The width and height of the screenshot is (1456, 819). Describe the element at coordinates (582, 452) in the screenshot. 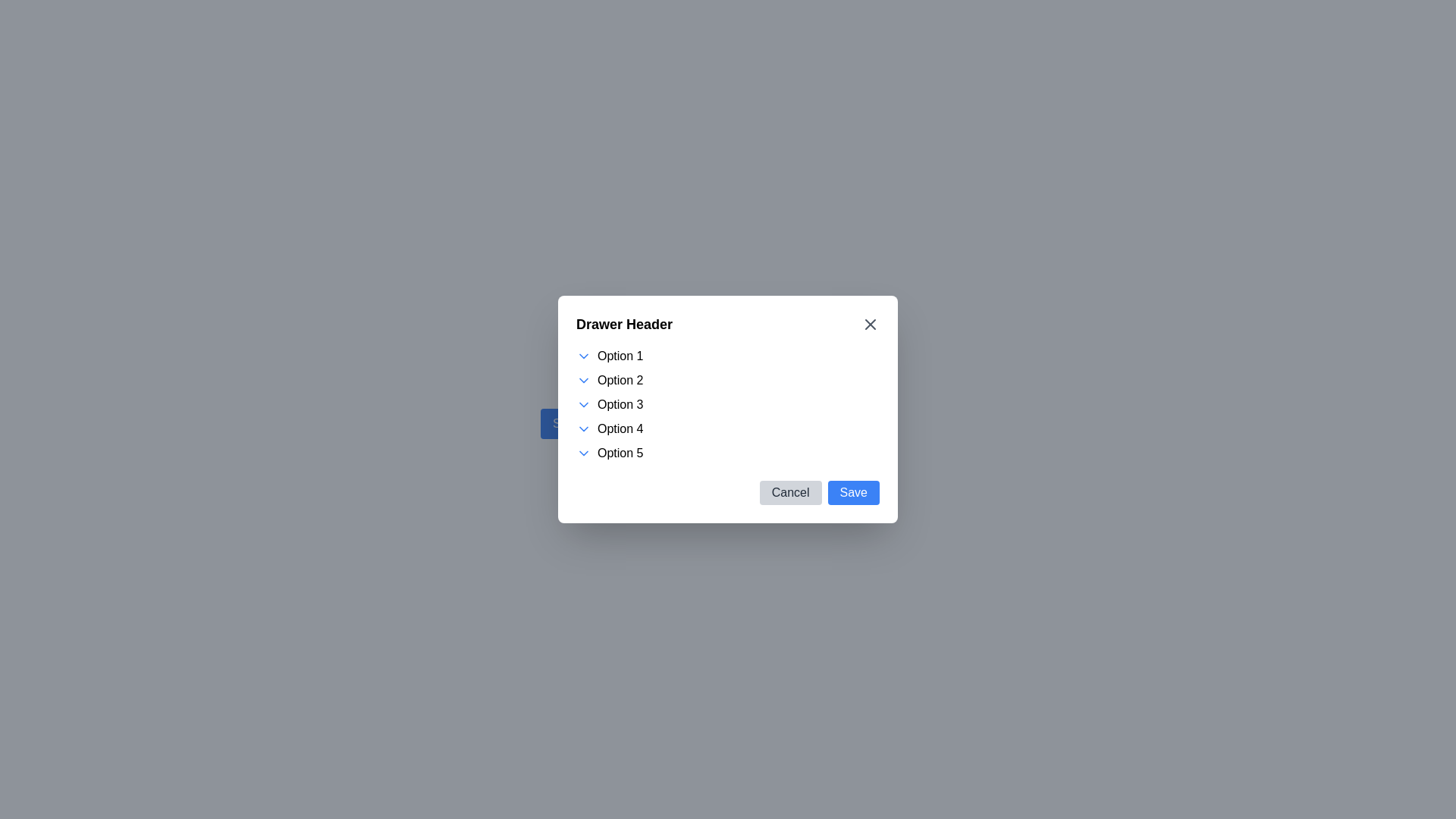

I see `the blue chevron-down icon located to the left of the text 'Option 5'` at that location.